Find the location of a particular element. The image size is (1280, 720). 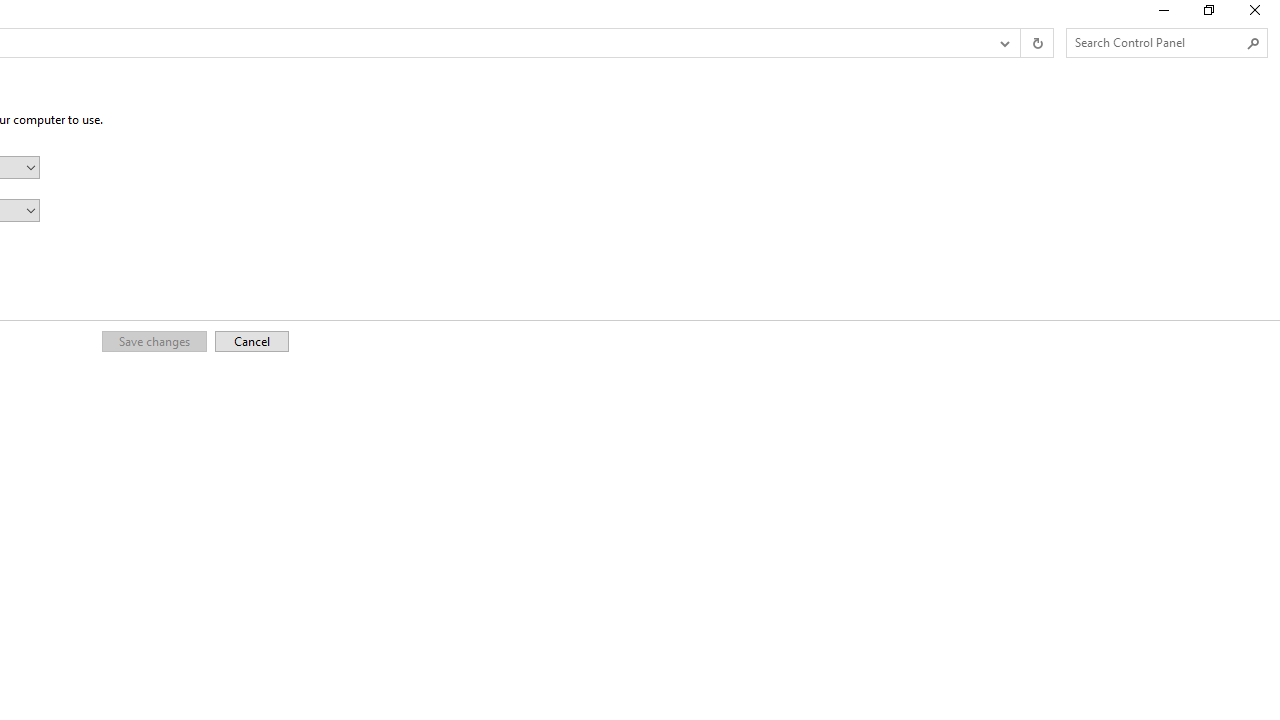

'Minimize' is located at coordinates (1162, 15).